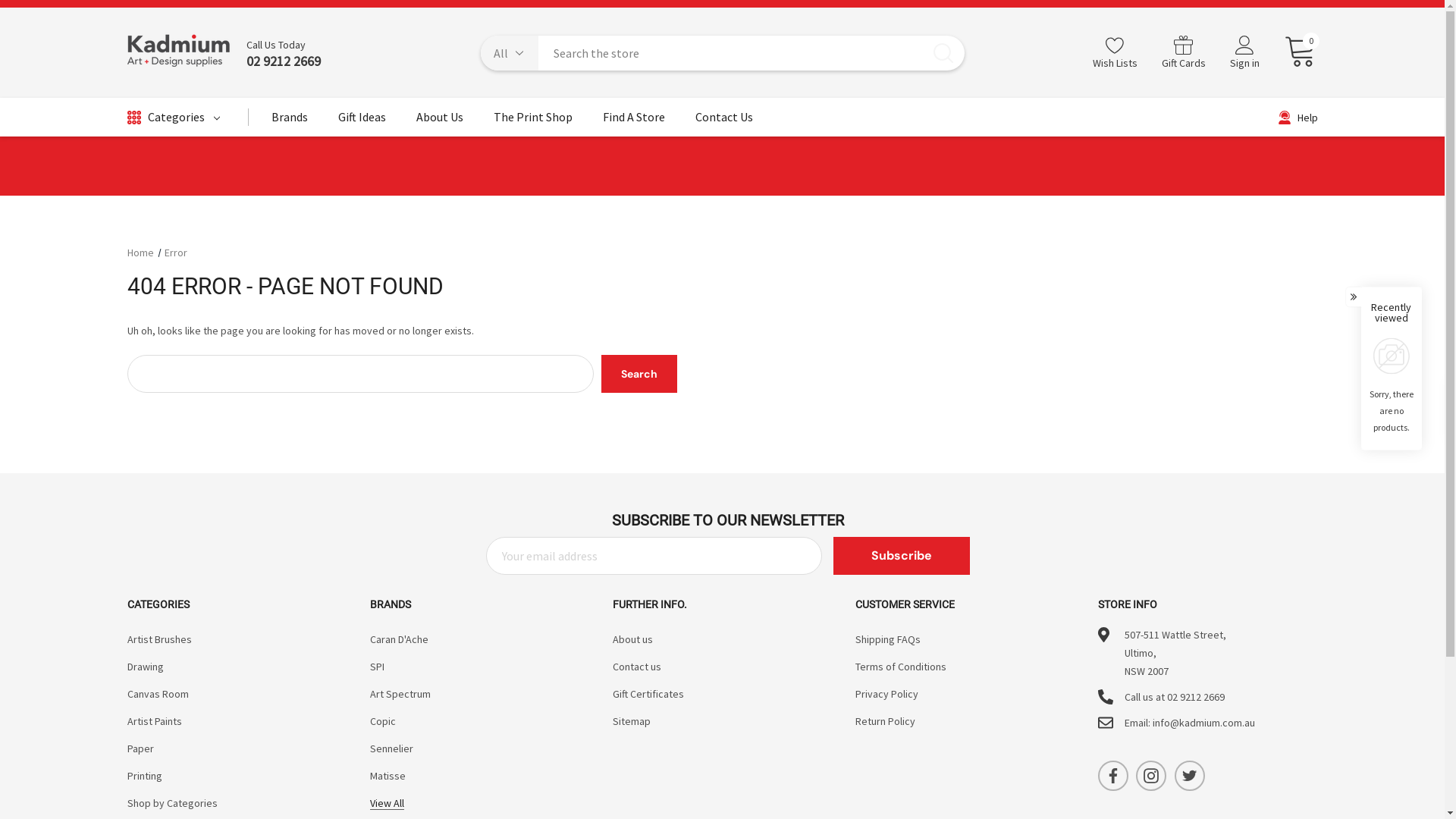 The height and width of the screenshot is (819, 1456). What do you see at coordinates (400, 693) in the screenshot?
I see `'Art Spectrum'` at bounding box center [400, 693].